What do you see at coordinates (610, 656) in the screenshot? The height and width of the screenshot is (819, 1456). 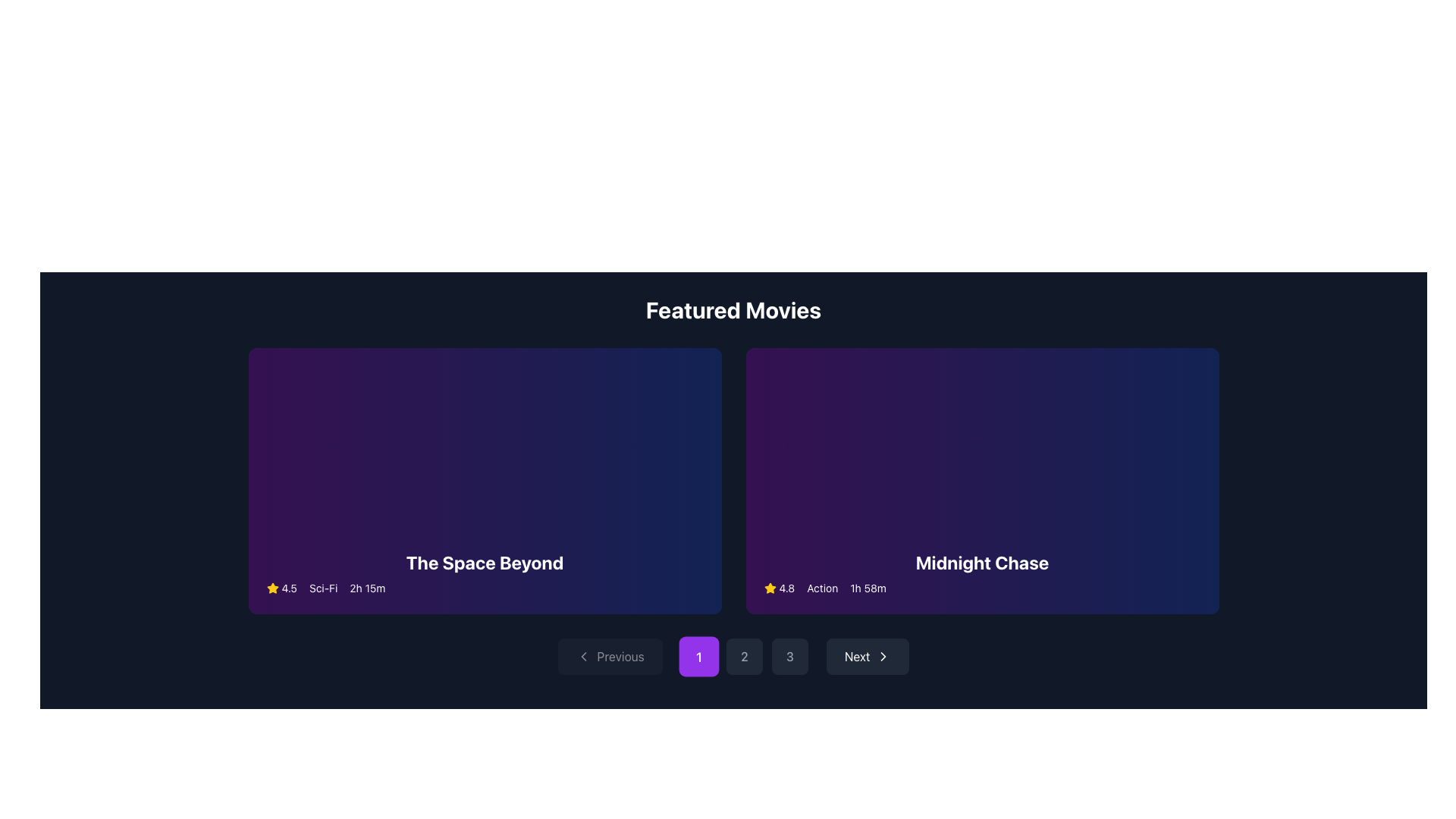 I see `the 'Previous' button, a rectangular button with a dark background and white text, located in the bottom navigation bar` at bounding box center [610, 656].